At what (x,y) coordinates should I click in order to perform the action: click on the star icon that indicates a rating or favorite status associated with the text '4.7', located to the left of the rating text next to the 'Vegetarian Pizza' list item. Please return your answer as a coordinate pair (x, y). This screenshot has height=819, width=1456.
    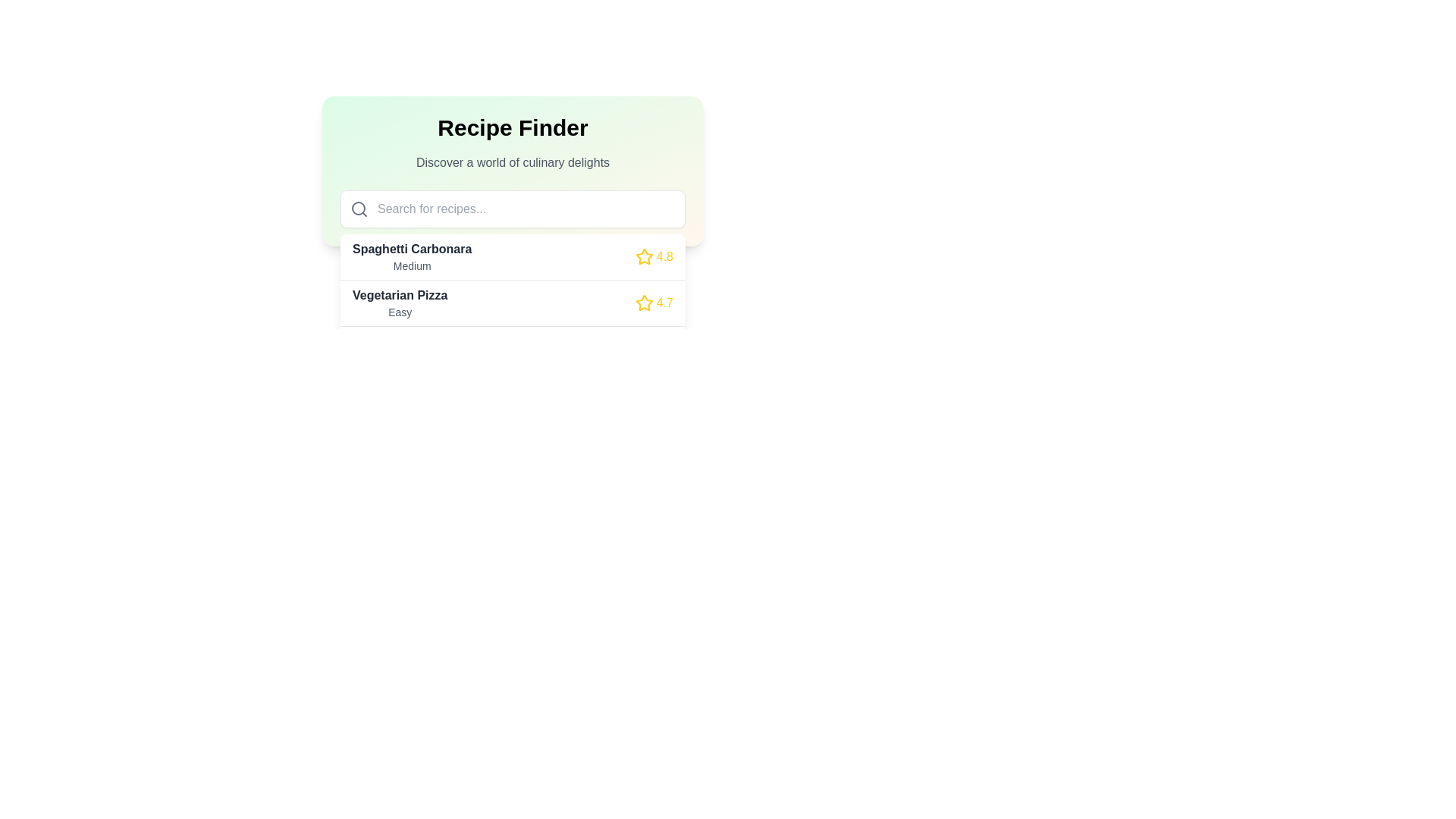
    Looking at the image, I should click on (644, 303).